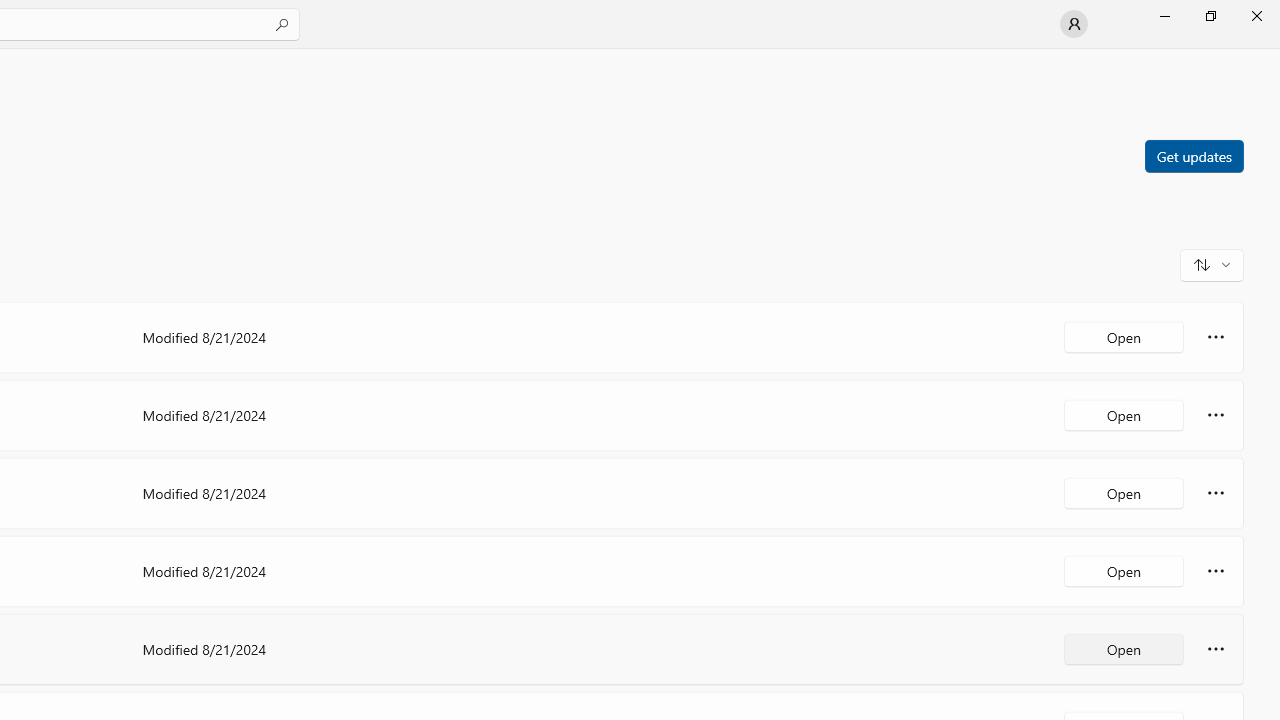  Describe the element at coordinates (1215, 649) in the screenshot. I see `'More options'` at that location.